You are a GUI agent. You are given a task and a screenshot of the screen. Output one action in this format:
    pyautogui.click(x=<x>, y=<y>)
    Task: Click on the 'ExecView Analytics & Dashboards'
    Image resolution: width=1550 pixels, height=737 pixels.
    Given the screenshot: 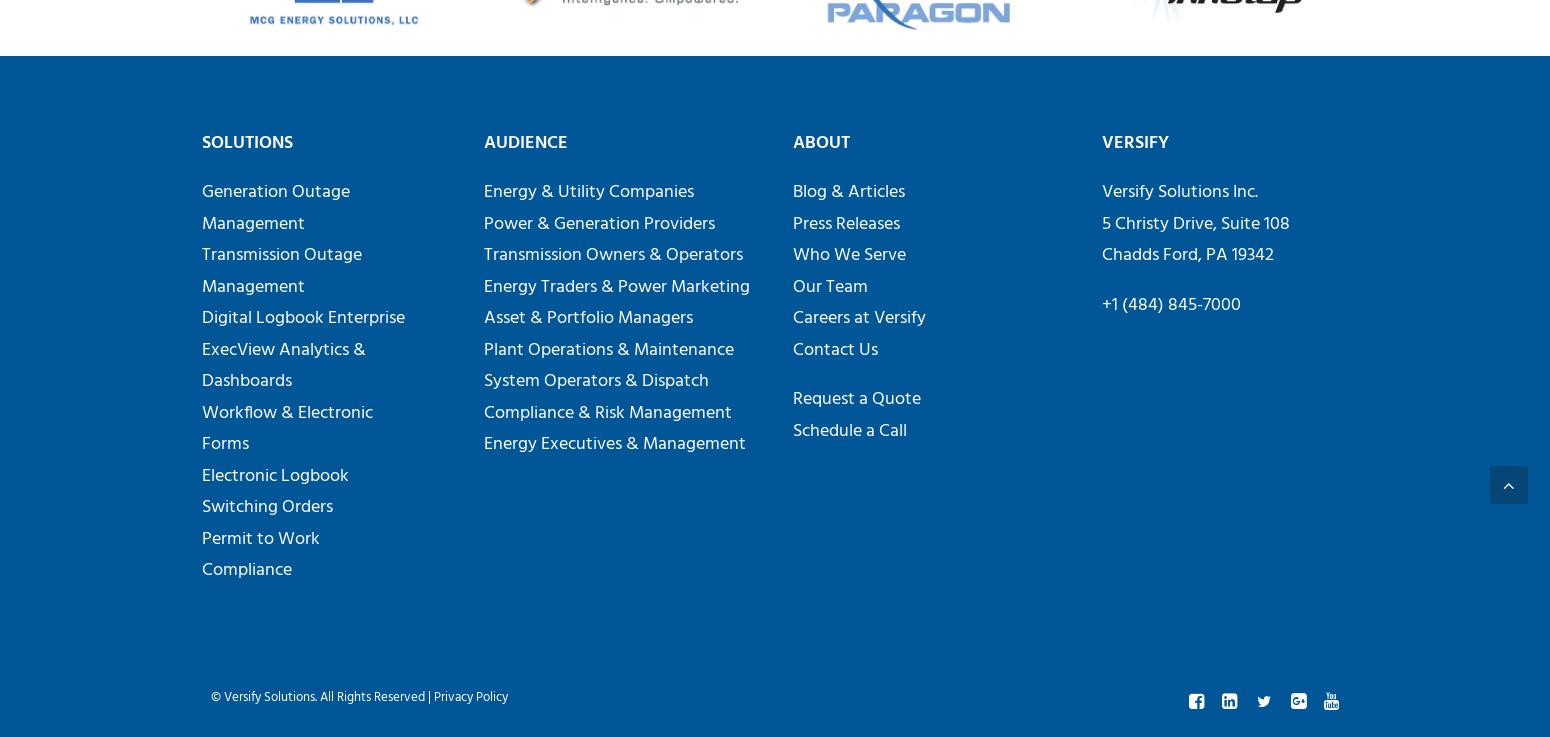 What is the action you would take?
    pyautogui.click(x=283, y=364)
    